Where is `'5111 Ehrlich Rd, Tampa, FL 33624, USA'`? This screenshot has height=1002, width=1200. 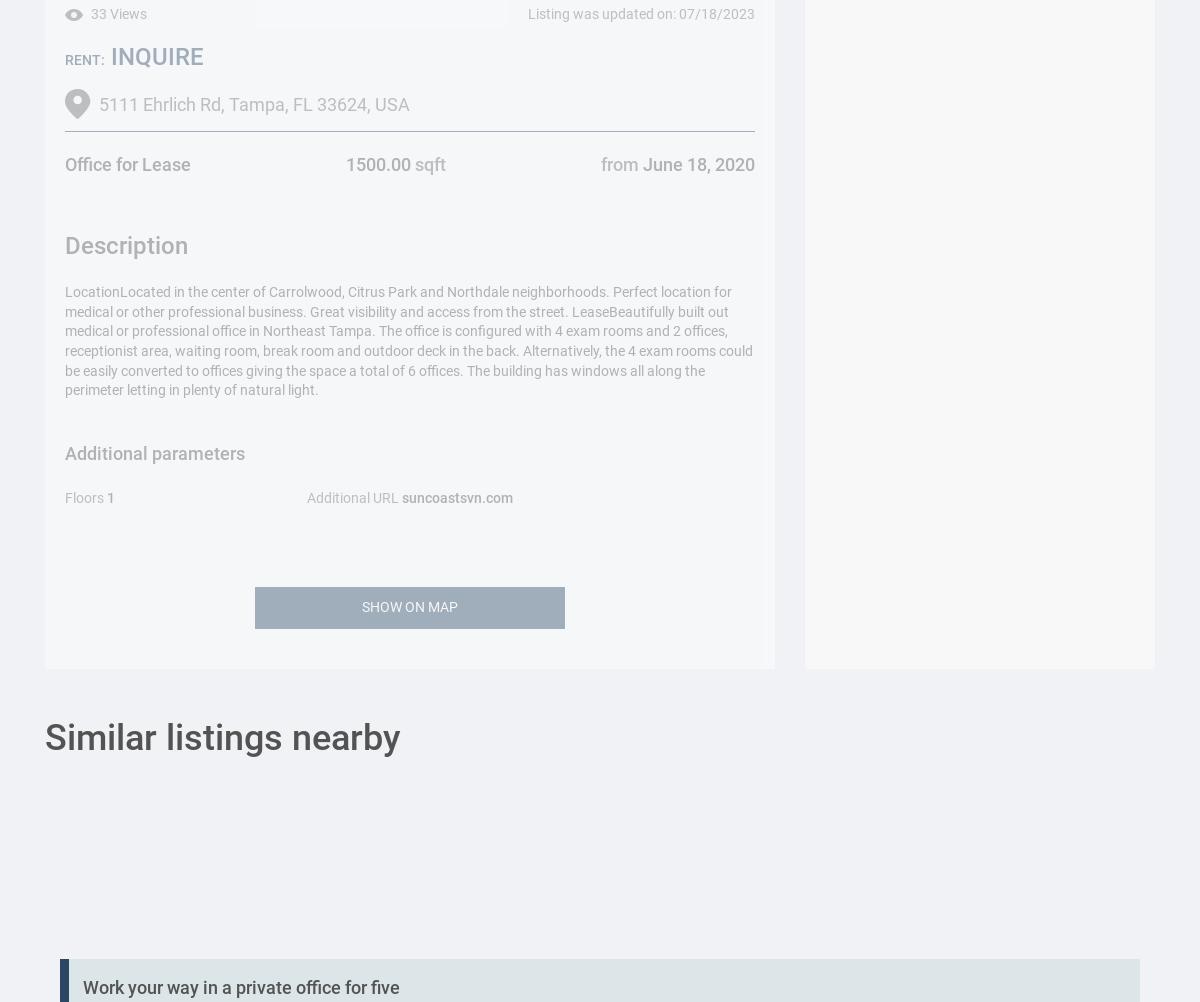 '5111 Ehrlich Rd, Tampa, FL 33624, USA' is located at coordinates (253, 102).